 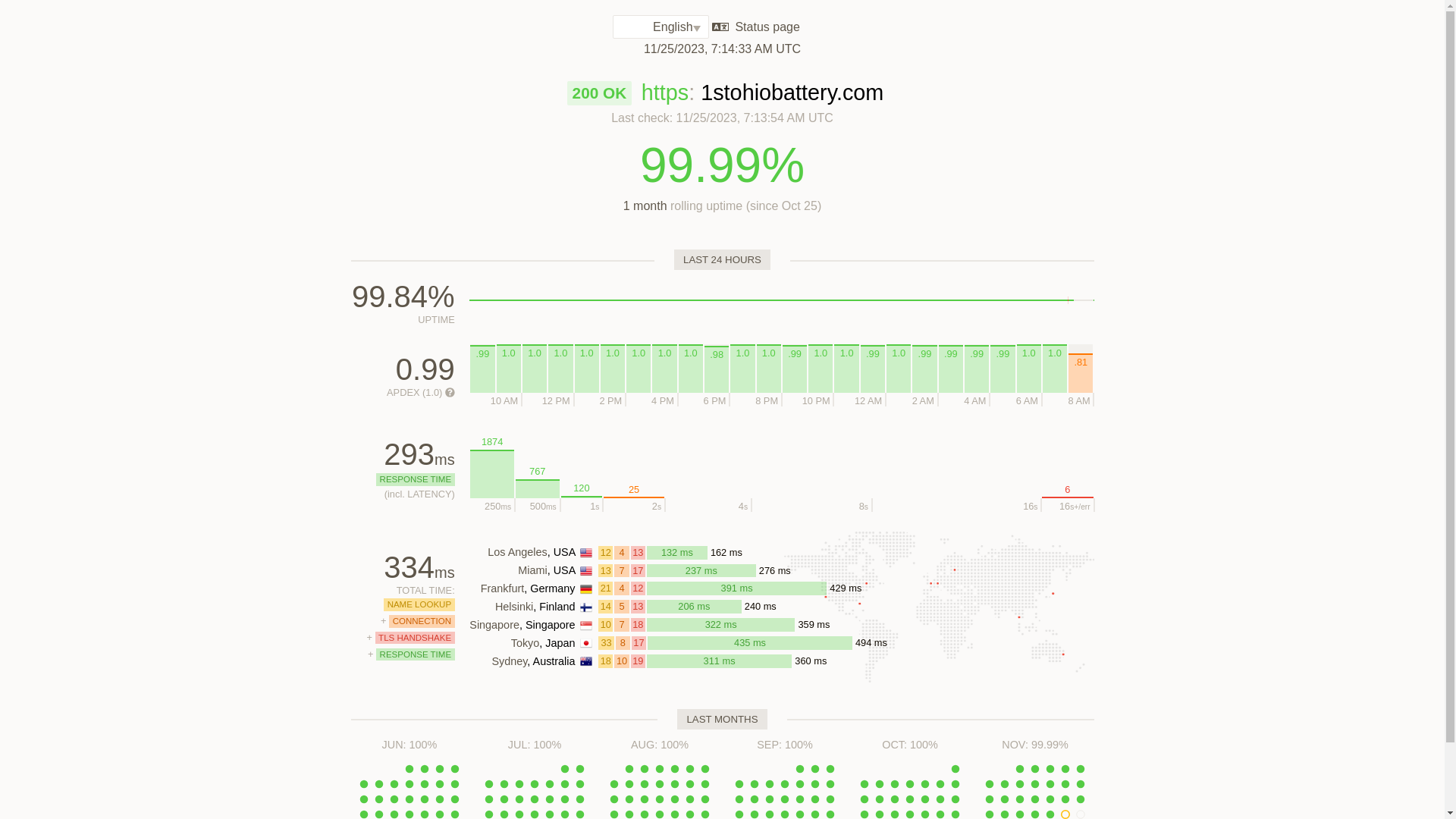 I want to click on '<small>Jul 03:</small> No downtime', so click(x=488, y=783).